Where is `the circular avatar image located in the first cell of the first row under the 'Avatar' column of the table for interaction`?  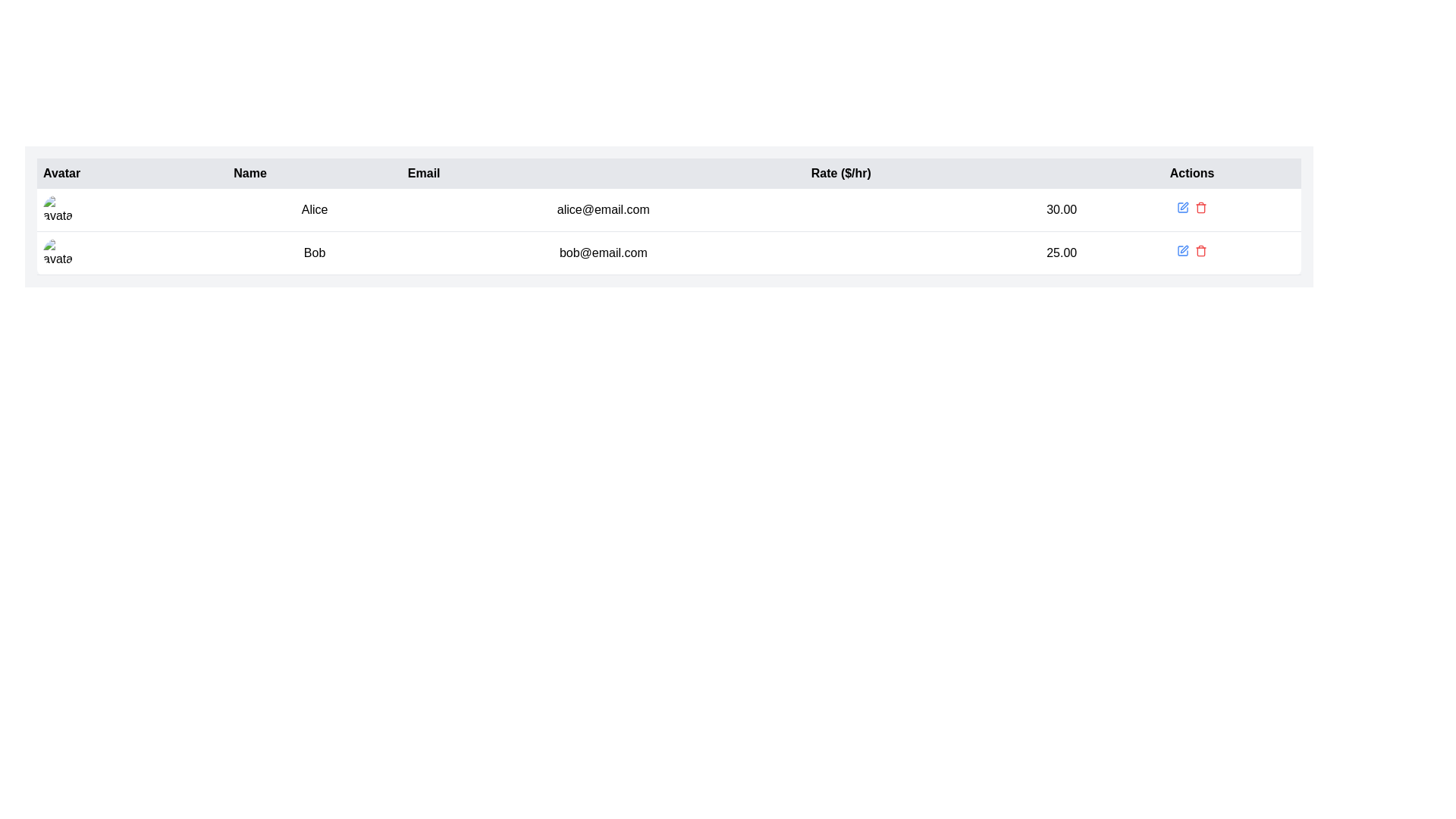
the circular avatar image located in the first cell of the first row under the 'Avatar' column of the table for interaction is located at coordinates (58, 210).